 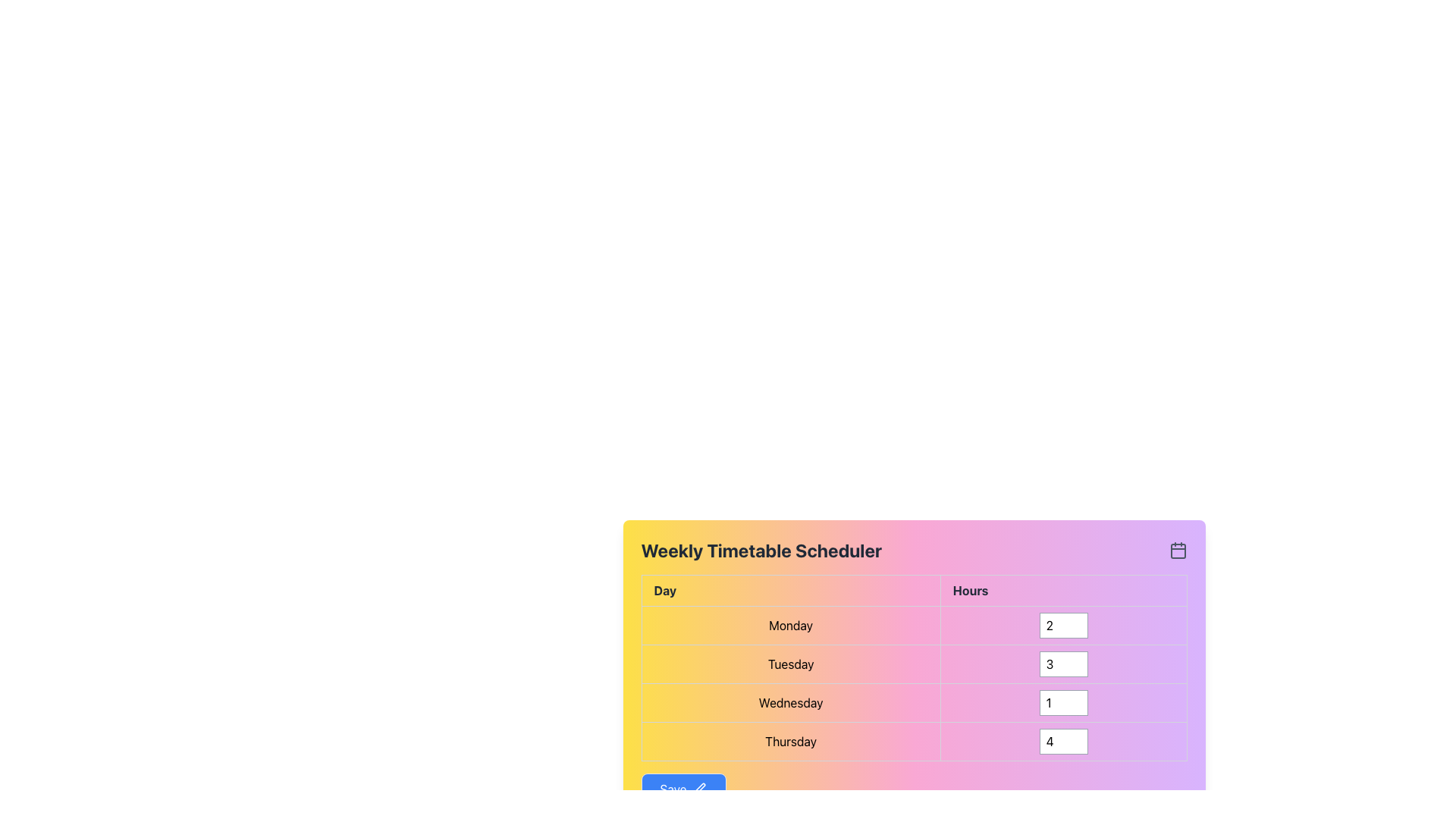 I want to click on the table cell in the second row under the 'Day' column, which indicates the day of the week, specifically the cell below 'Monday' and to the left of '3', so click(x=790, y=663).